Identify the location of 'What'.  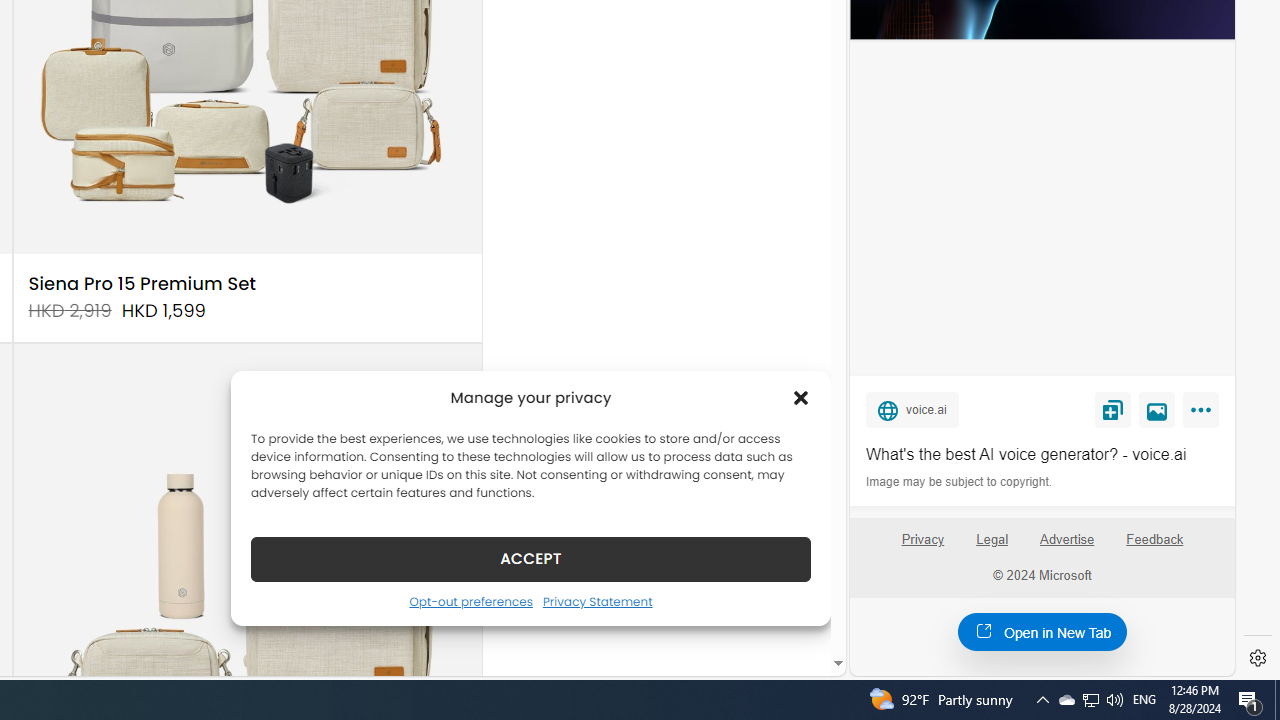
(1041, 455).